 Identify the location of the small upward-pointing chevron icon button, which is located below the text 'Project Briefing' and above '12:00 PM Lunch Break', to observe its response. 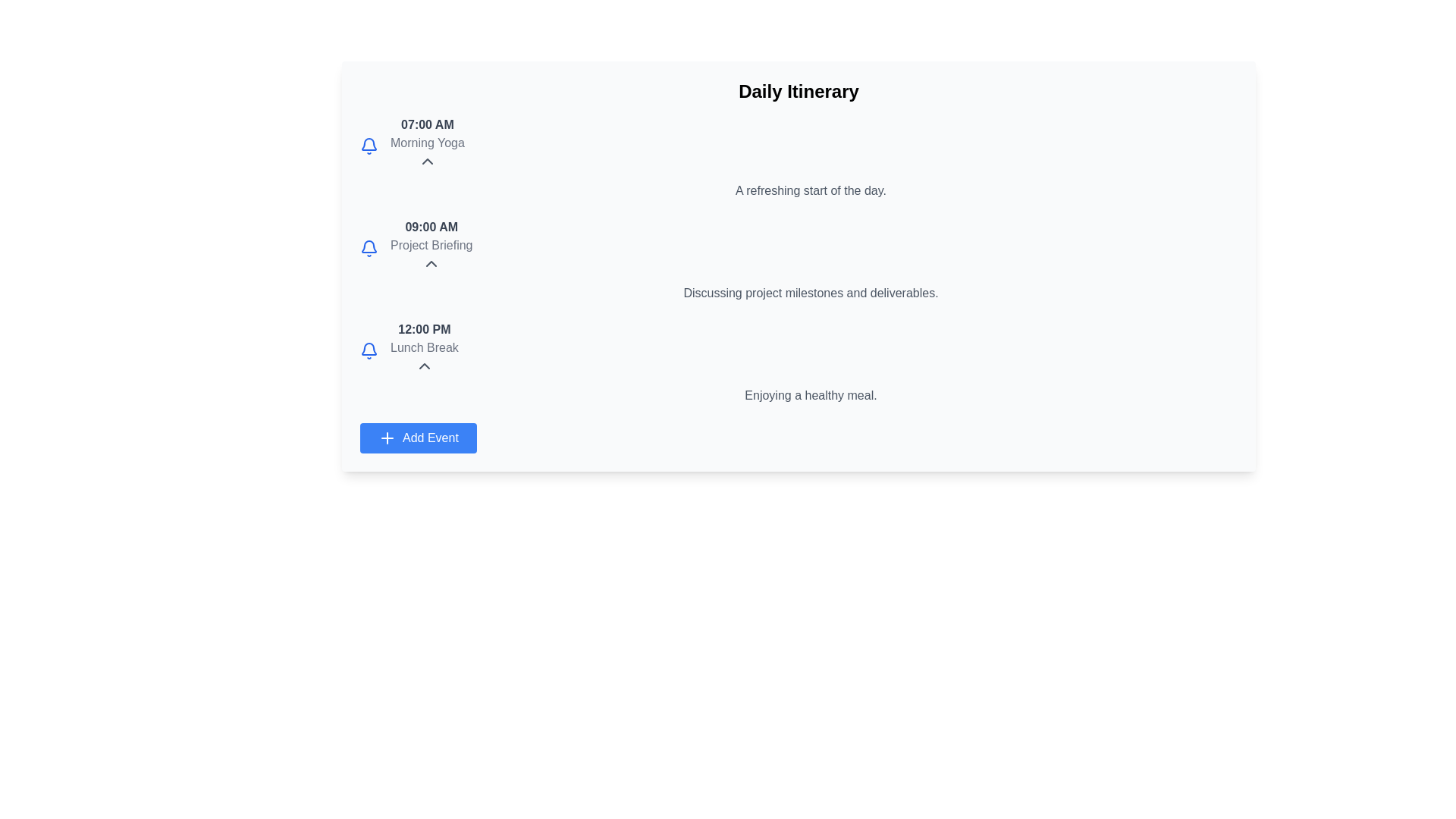
(431, 262).